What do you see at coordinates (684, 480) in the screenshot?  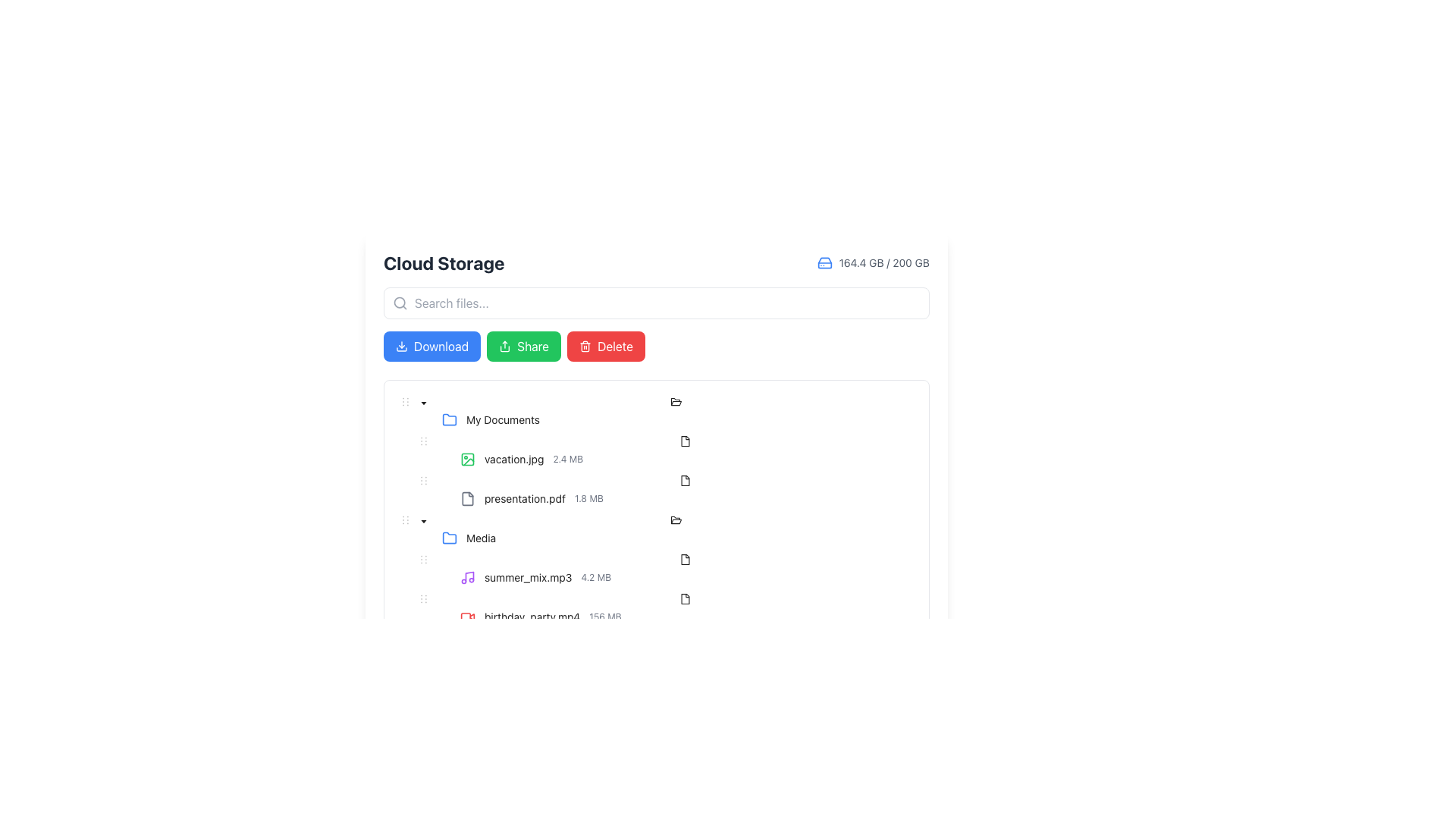 I see `the document icon representing 'presentation.pdf' located in the file listing row, which is situated immediately to the left of the text label 'presentation.pdf 1.8 MB'` at bounding box center [684, 480].